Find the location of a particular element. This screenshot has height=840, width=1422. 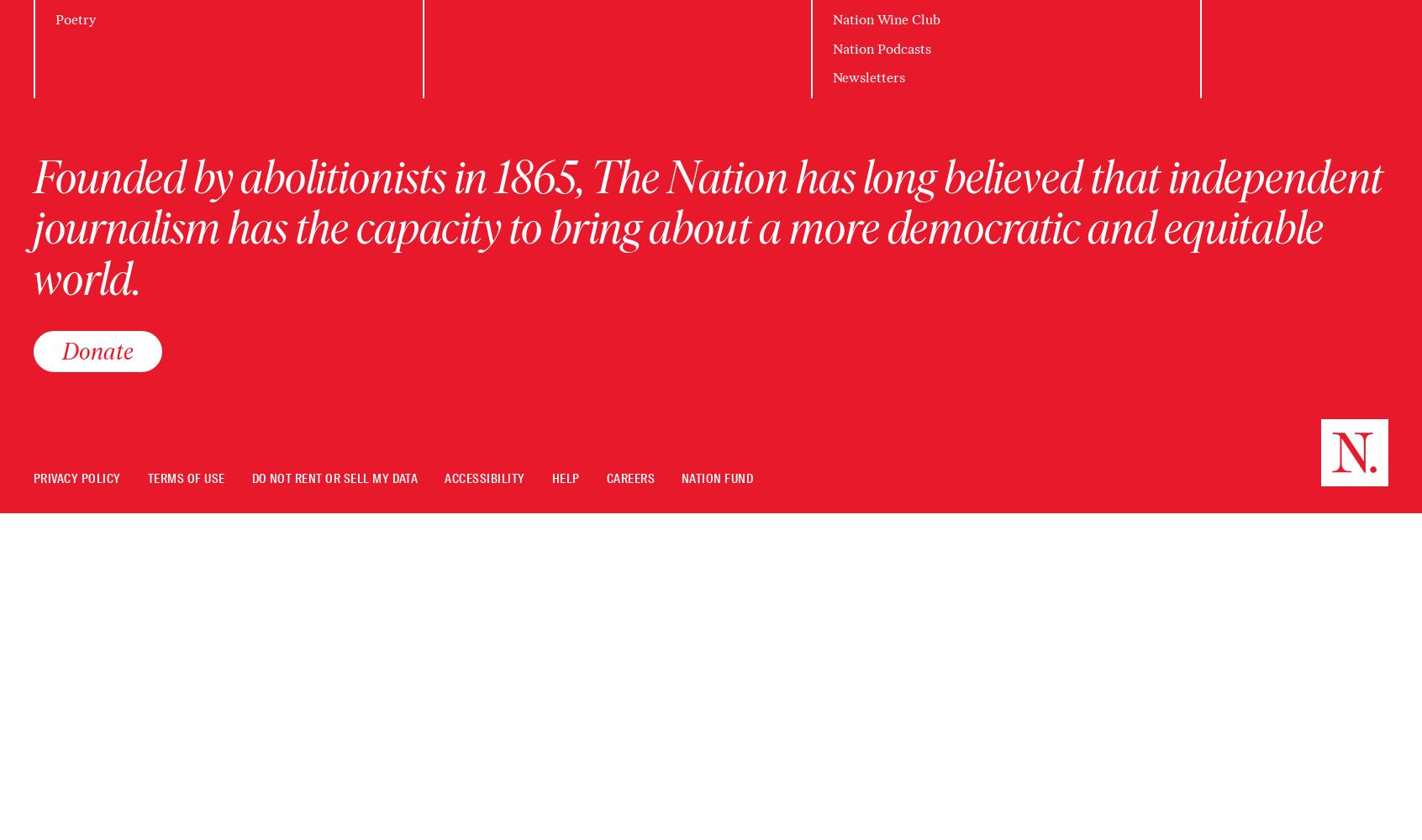

'Newsletters' is located at coordinates (867, 76).